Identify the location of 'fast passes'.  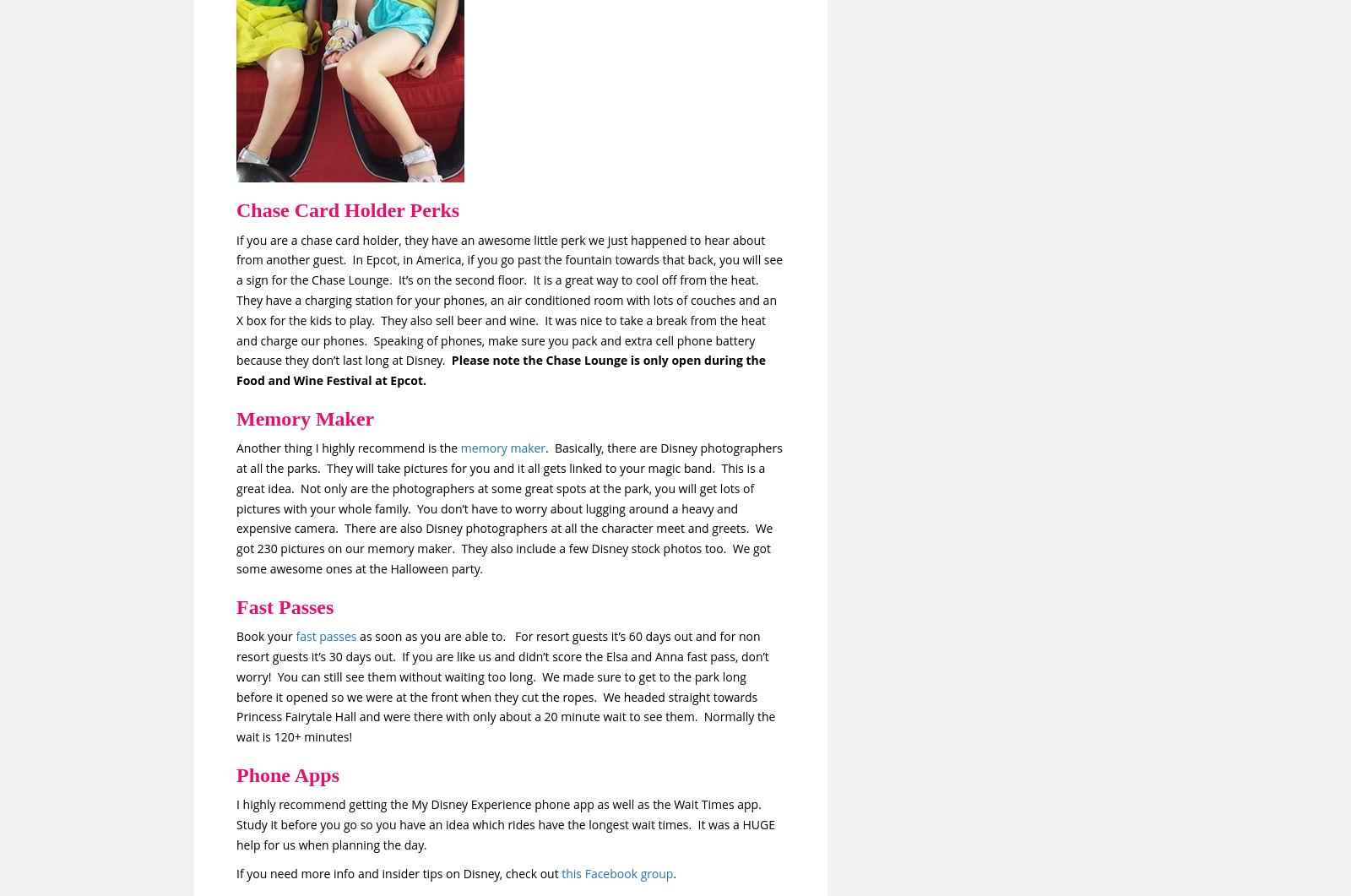
(325, 636).